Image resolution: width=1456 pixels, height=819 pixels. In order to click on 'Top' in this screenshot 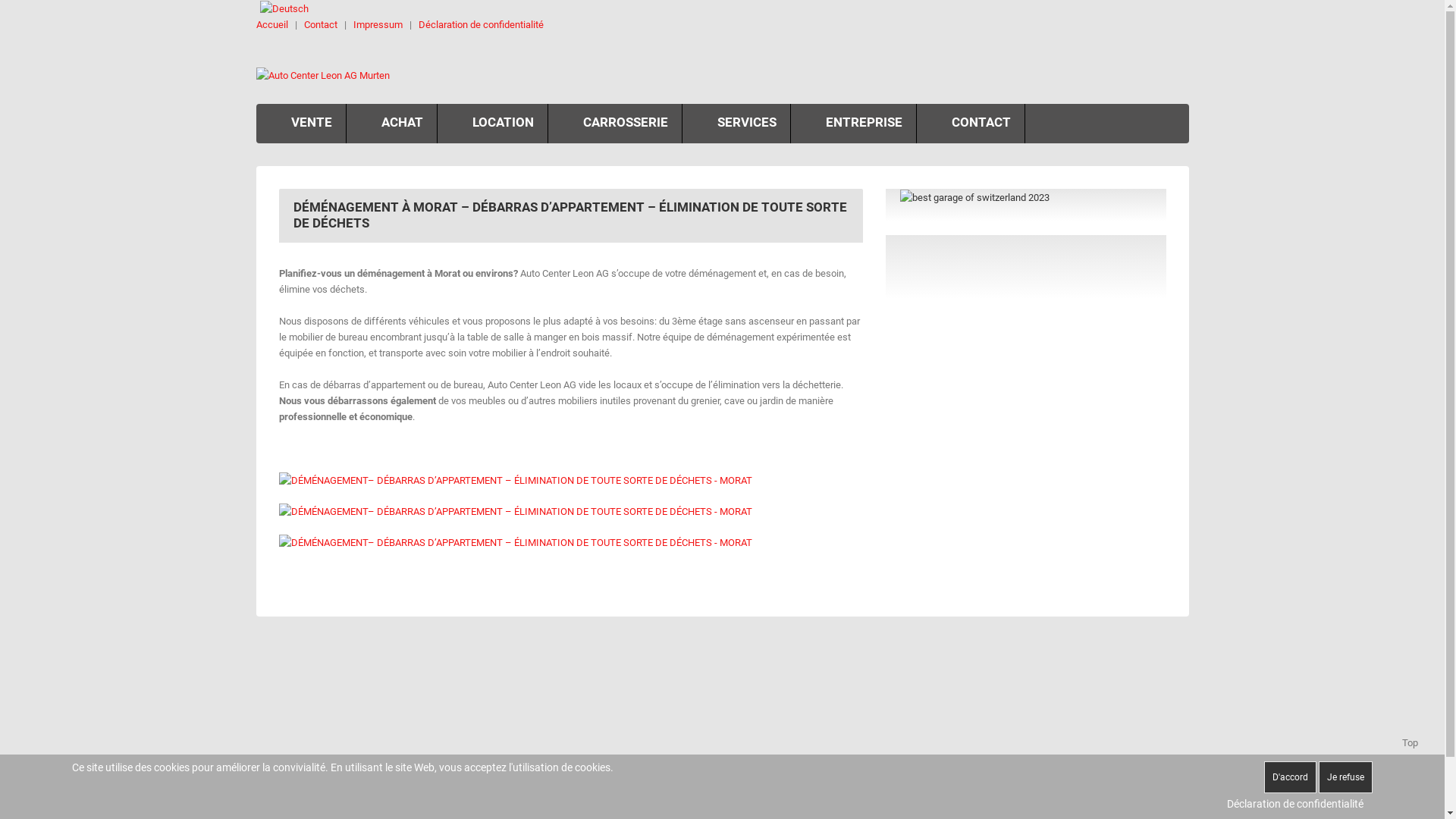, I will do `click(1409, 720)`.